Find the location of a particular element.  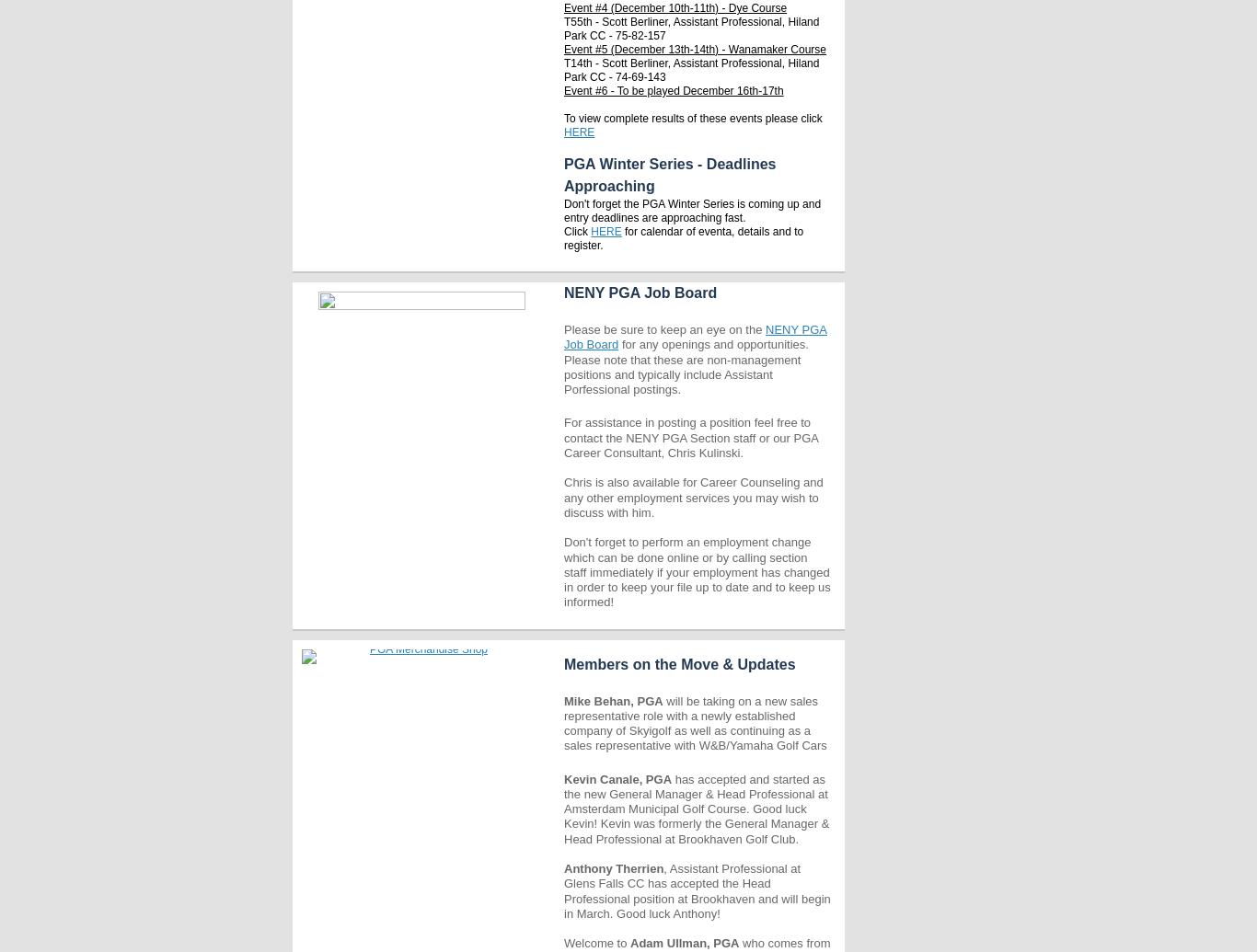

'Please be sure to keep an eye on the' is located at coordinates (563, 329).